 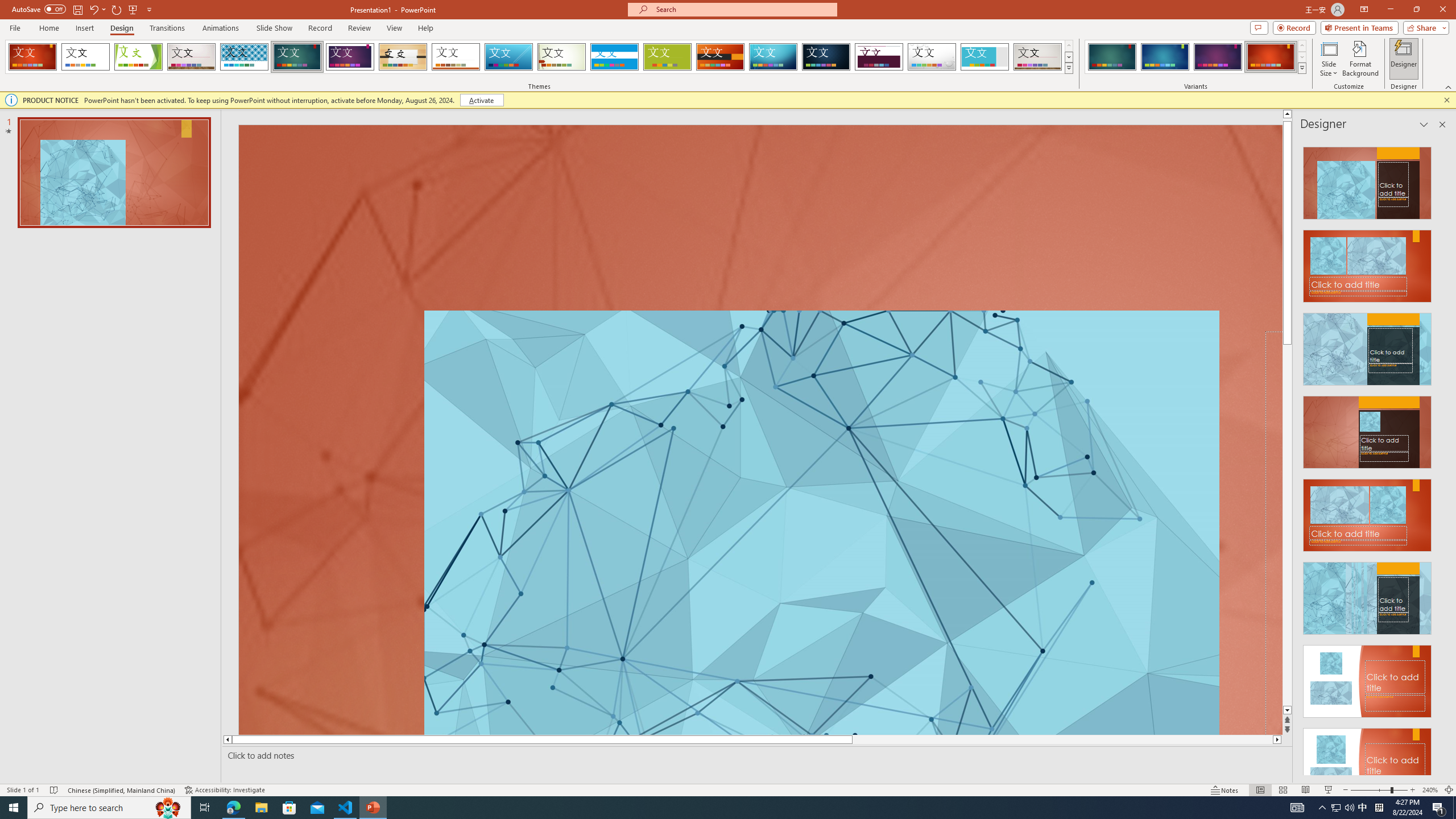 What do you see at coordinates (985, 56) in the screenshot?
I see `'Frame'` at bounding box center [985, 56].